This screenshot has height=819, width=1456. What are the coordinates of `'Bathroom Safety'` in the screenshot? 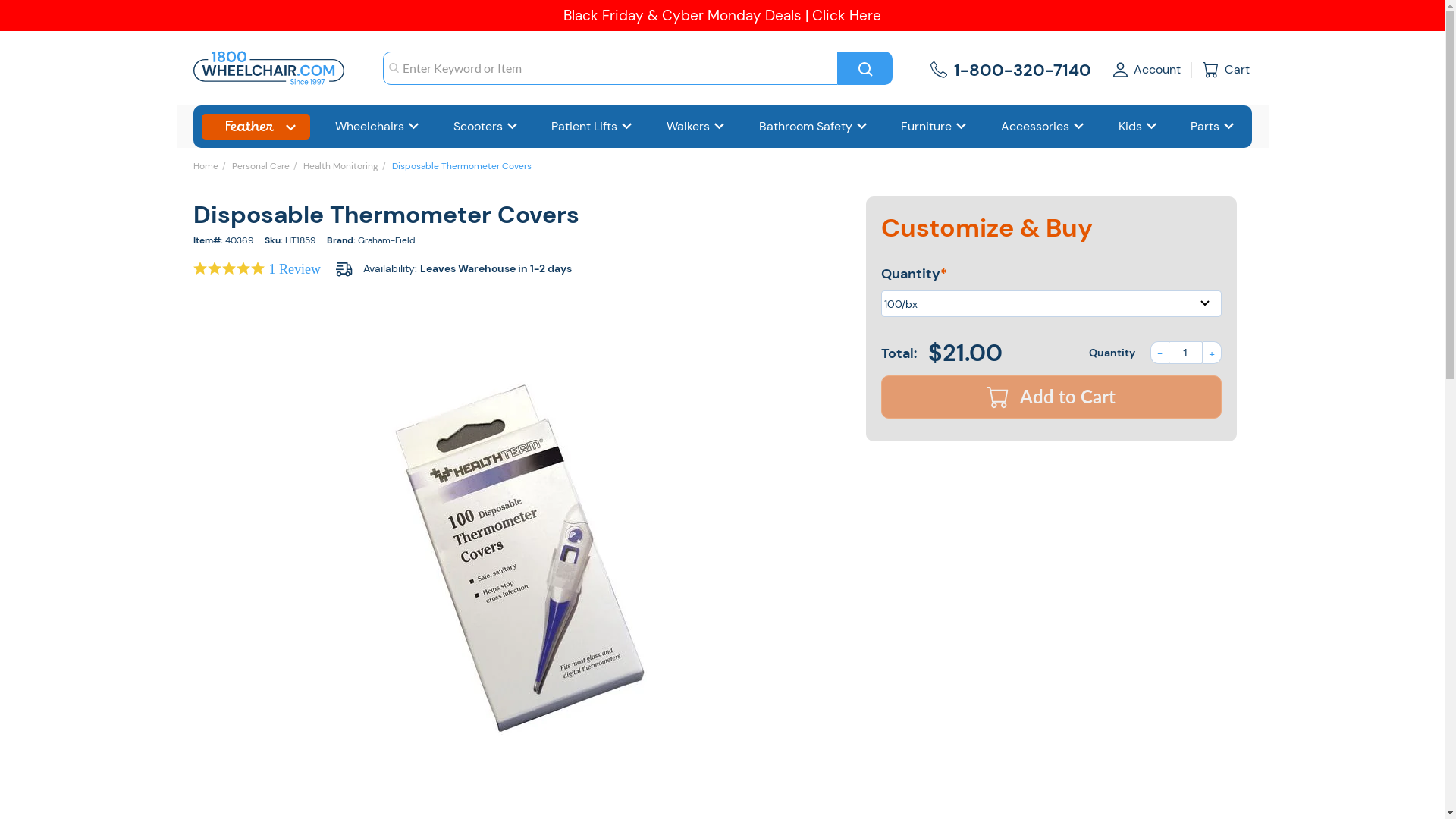 It's located at (813, 126).